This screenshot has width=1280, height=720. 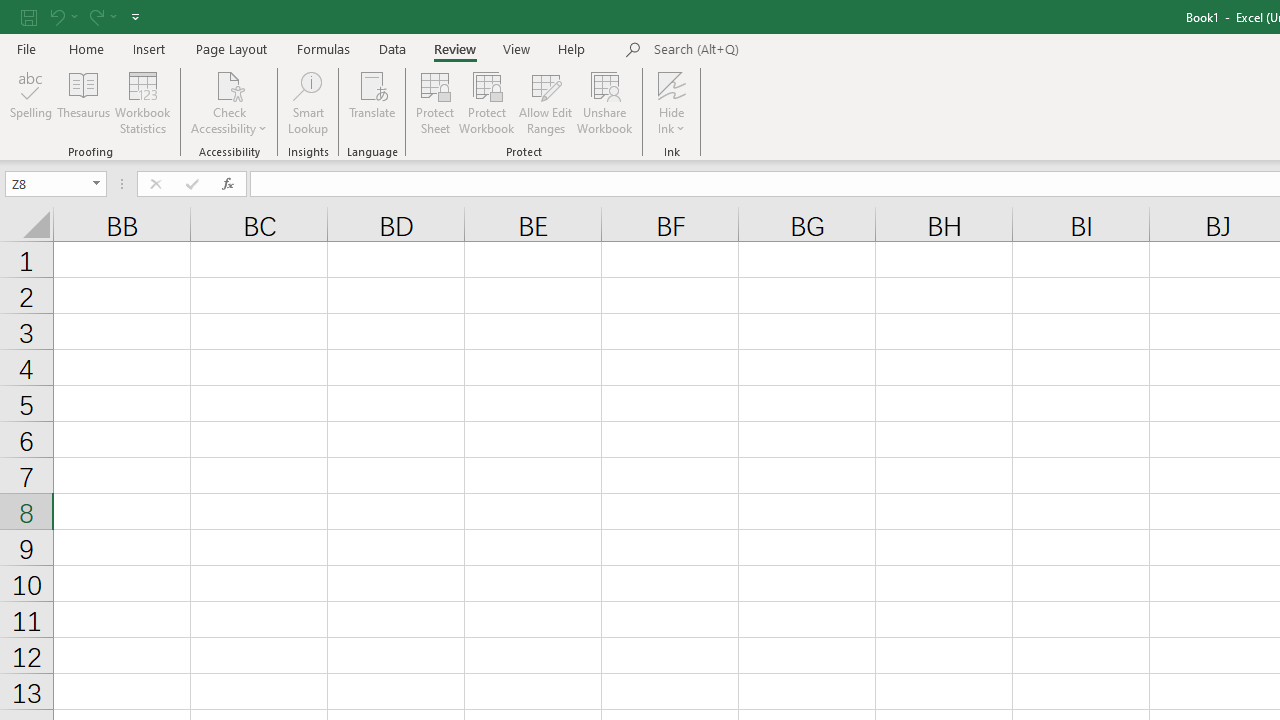 What do you see at coordinates (672, 84) in the screenshot?
I see `'Hide Ink'` at bounding box center [672, 84].